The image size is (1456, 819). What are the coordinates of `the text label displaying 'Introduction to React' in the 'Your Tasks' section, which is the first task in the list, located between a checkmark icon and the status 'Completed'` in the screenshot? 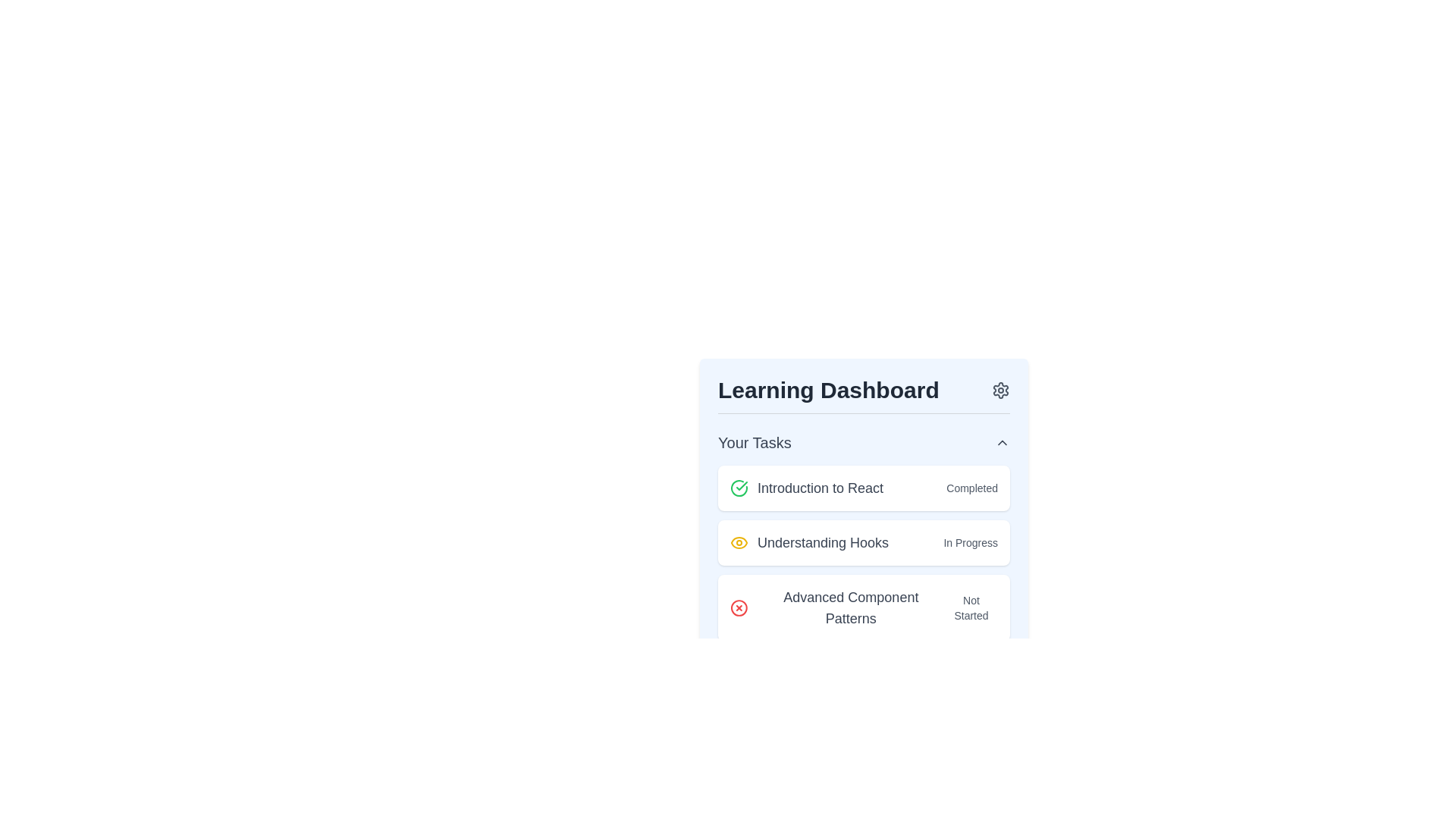 It's located at (820, 488).